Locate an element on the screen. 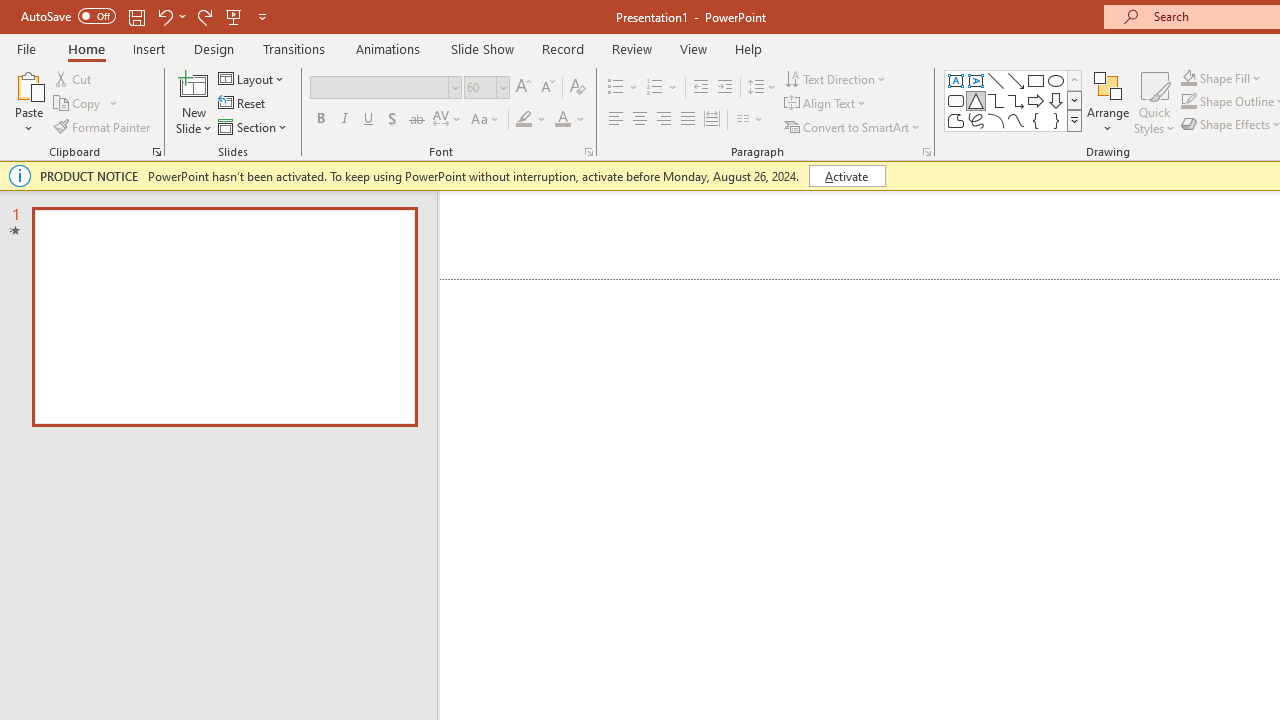 This screenshot has width=1280, height=720. 'Shape Outline Dark Red, Accent 1' is located at coordinates (1189, 101).